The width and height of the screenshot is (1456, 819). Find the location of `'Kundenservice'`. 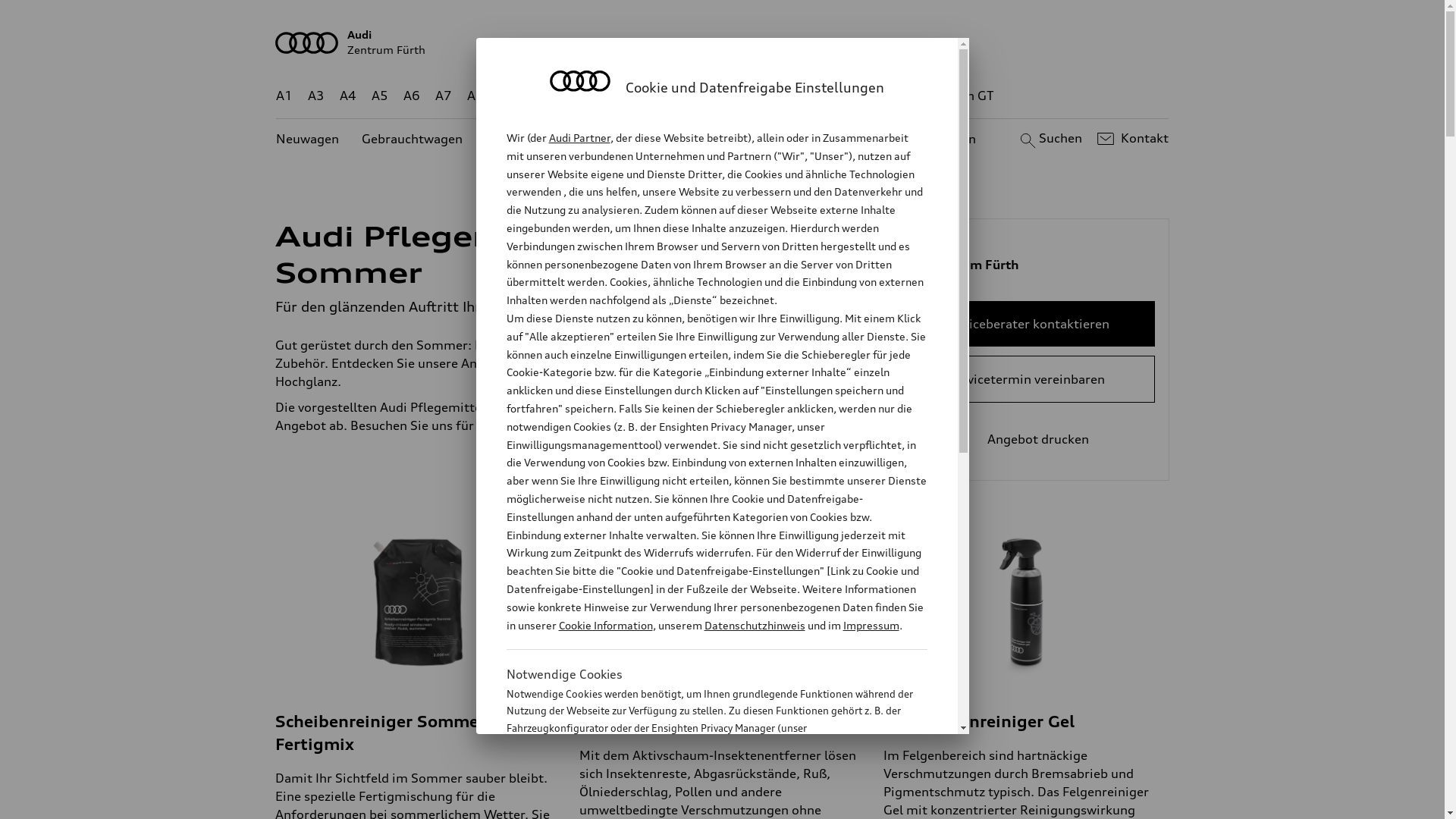

'Kundenservice' is located at coordinates (731, 139).